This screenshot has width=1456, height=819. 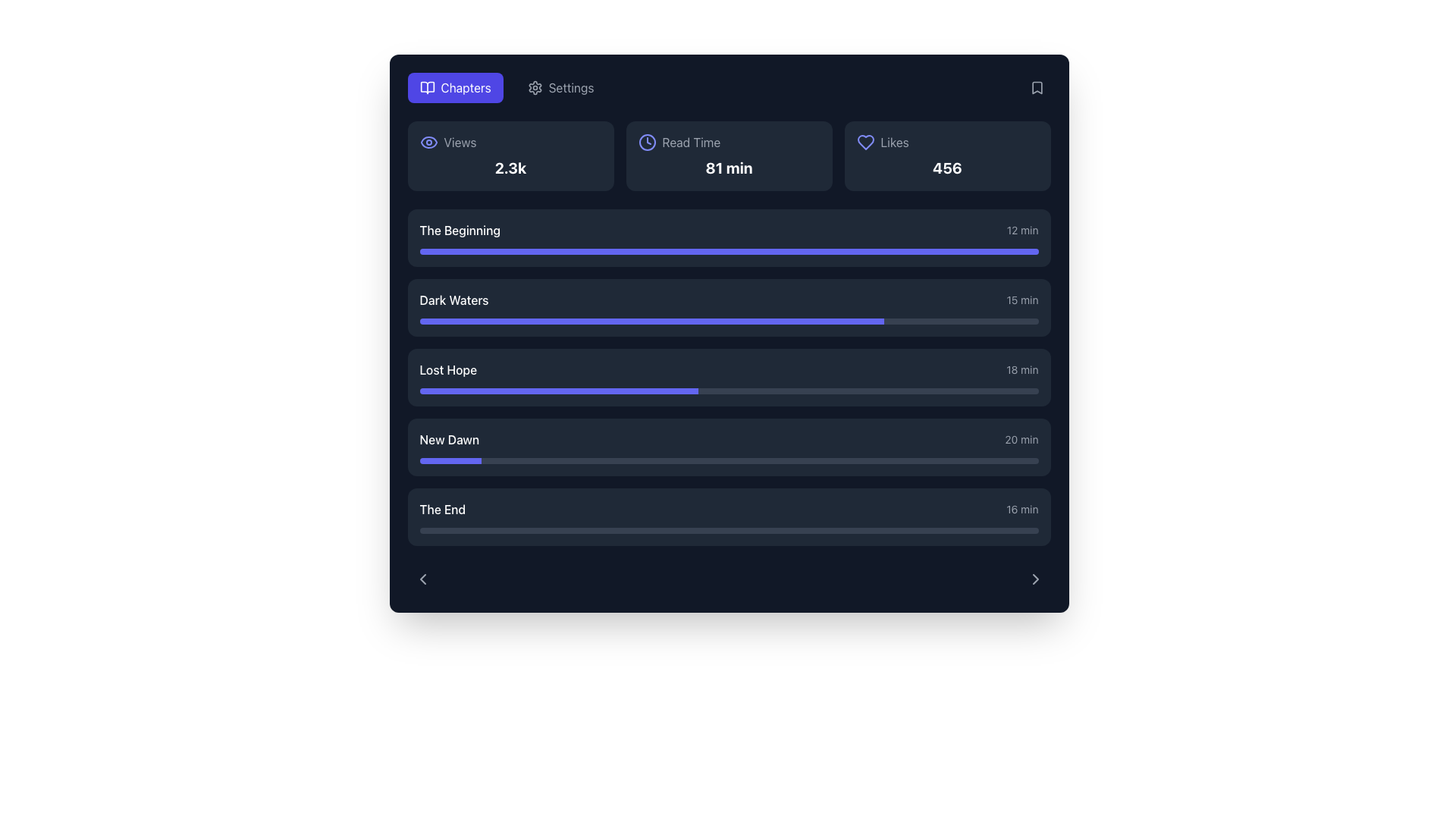 What do you see at coordinates (1022, 300) in the screenshot?
I see `the static text element displaying '15 min', which is styled with a small font size and gray color, located at the far right end of the row labeled 'Dark Waters'` at bounding box center [1022, 300].